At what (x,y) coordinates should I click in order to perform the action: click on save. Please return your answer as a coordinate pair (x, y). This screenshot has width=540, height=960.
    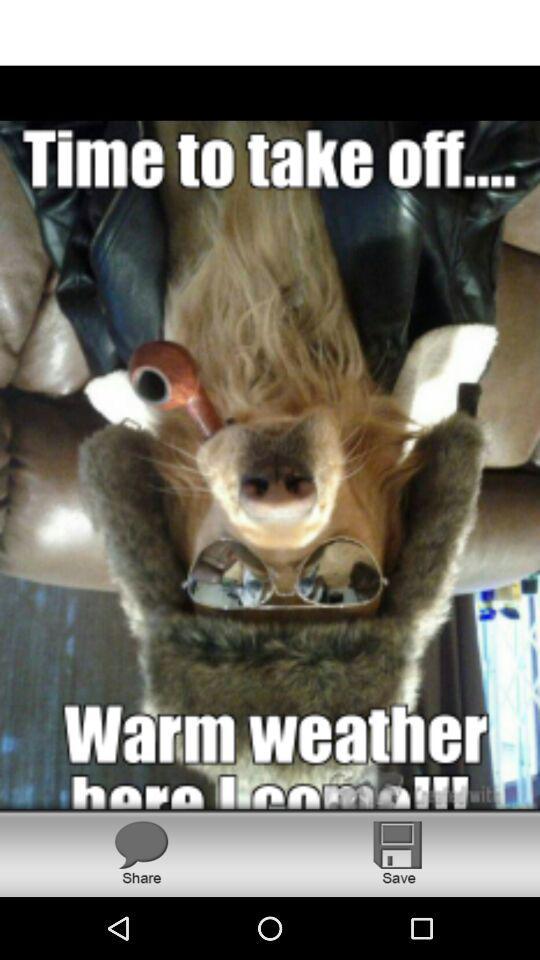
    Looking at the image, I should click on (398, 851).